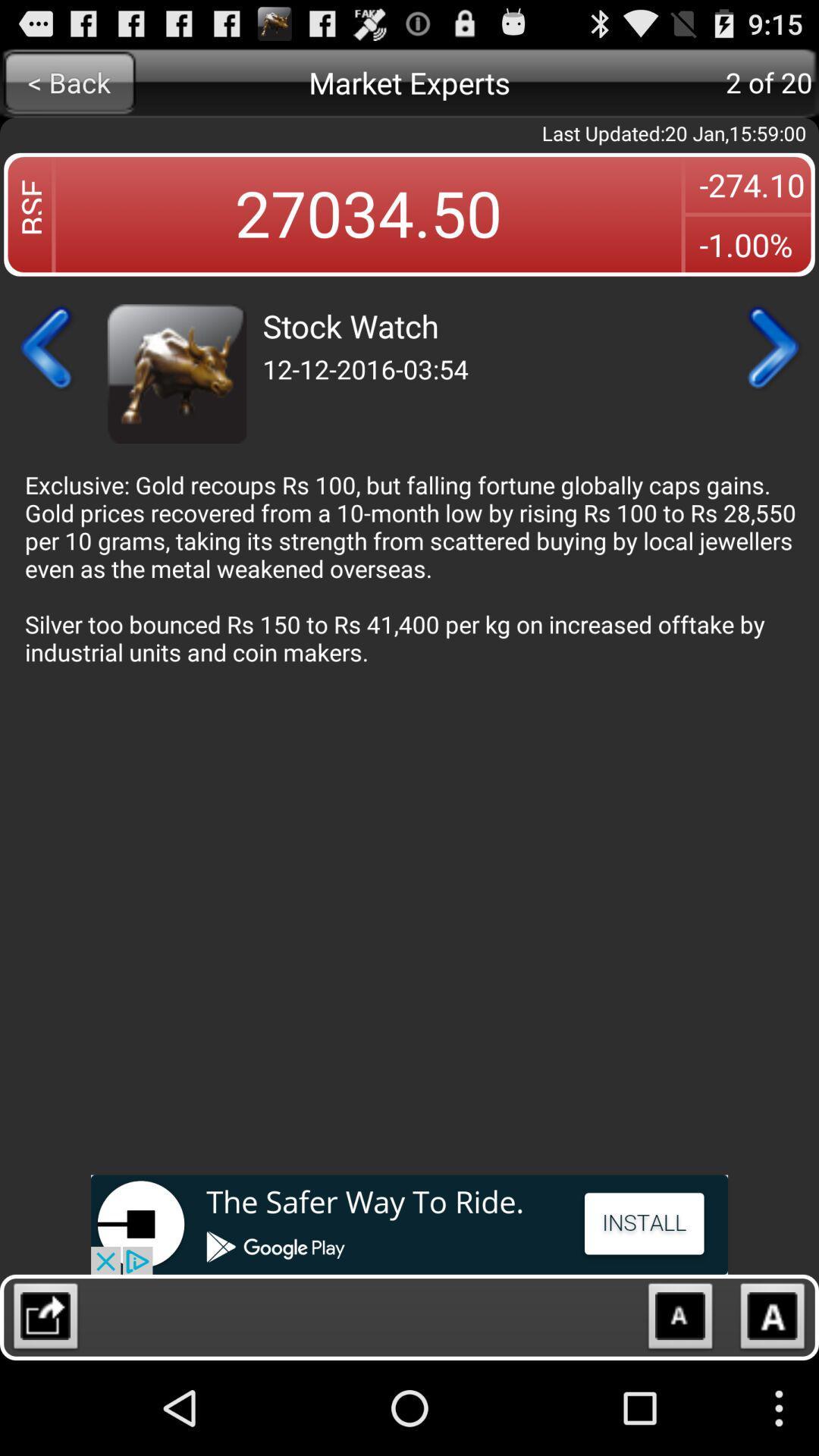  I want to click on the font icon, so click(679, 1412).